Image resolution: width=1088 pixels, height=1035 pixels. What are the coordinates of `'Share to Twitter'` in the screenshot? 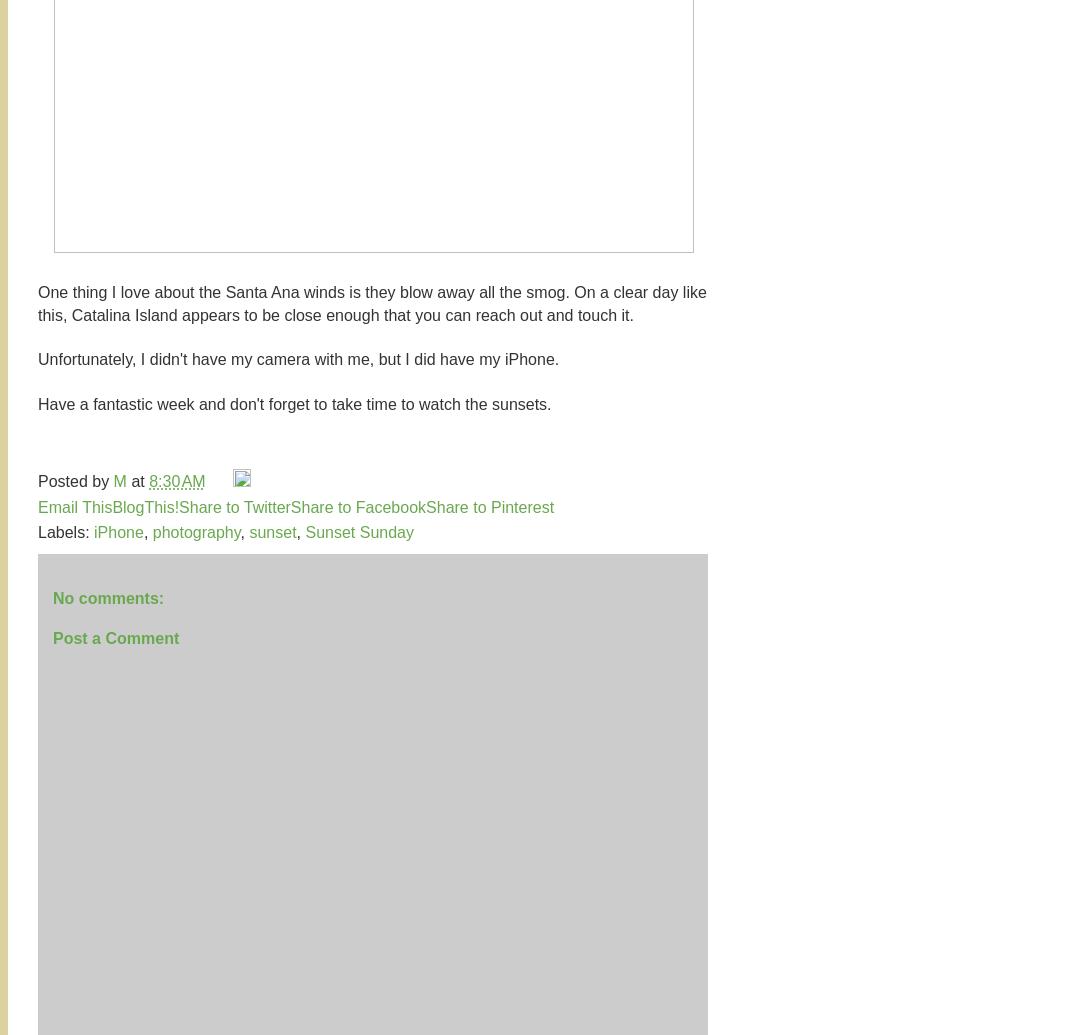 It's located at (177, 506).